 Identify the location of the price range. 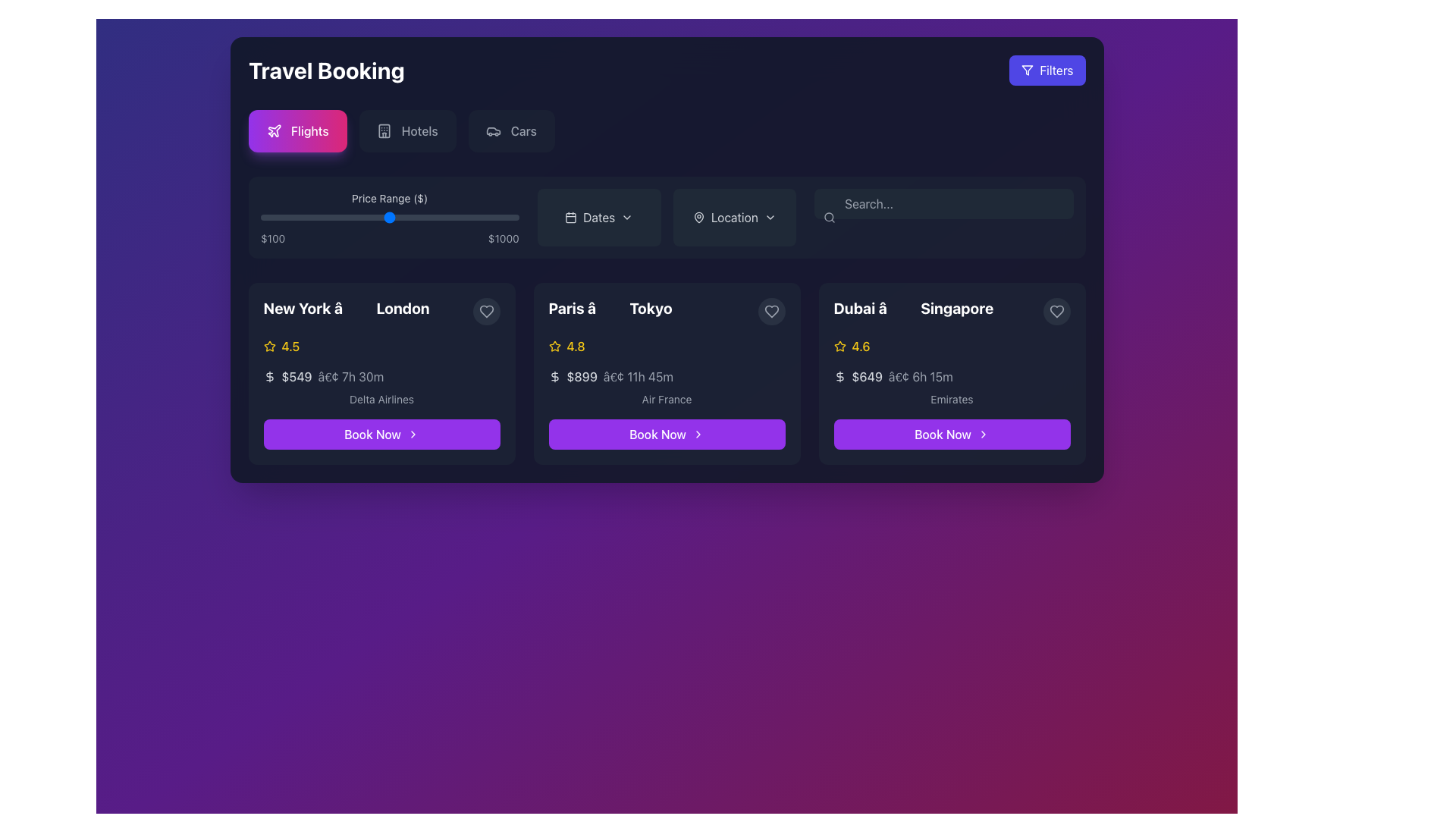
(496, 217).